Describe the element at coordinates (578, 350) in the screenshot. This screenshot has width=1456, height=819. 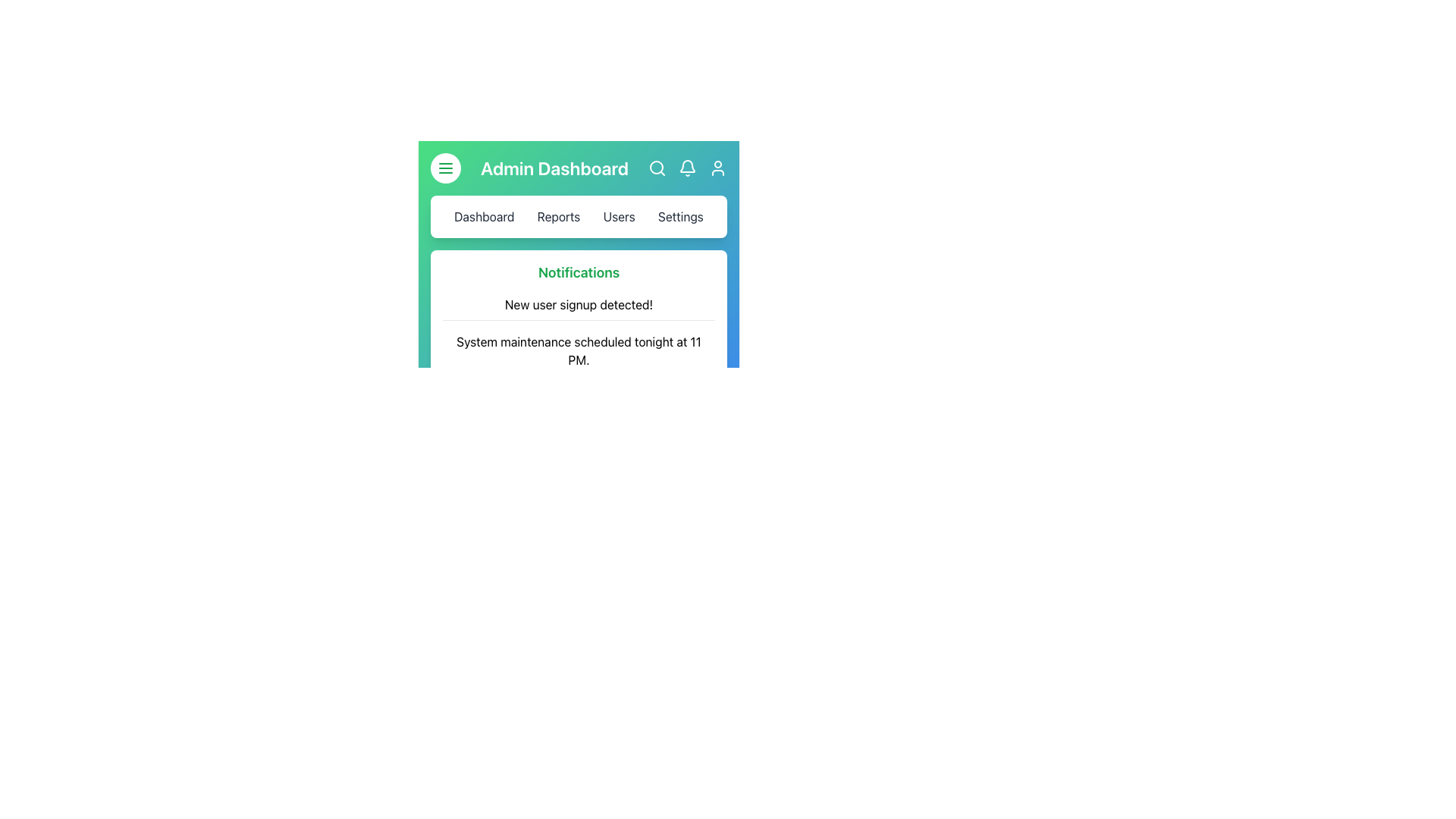
I see `notifications from the notification list located in the 'Notifications' section of the card-like component, positioned below the 'Notifications' header` at that location.